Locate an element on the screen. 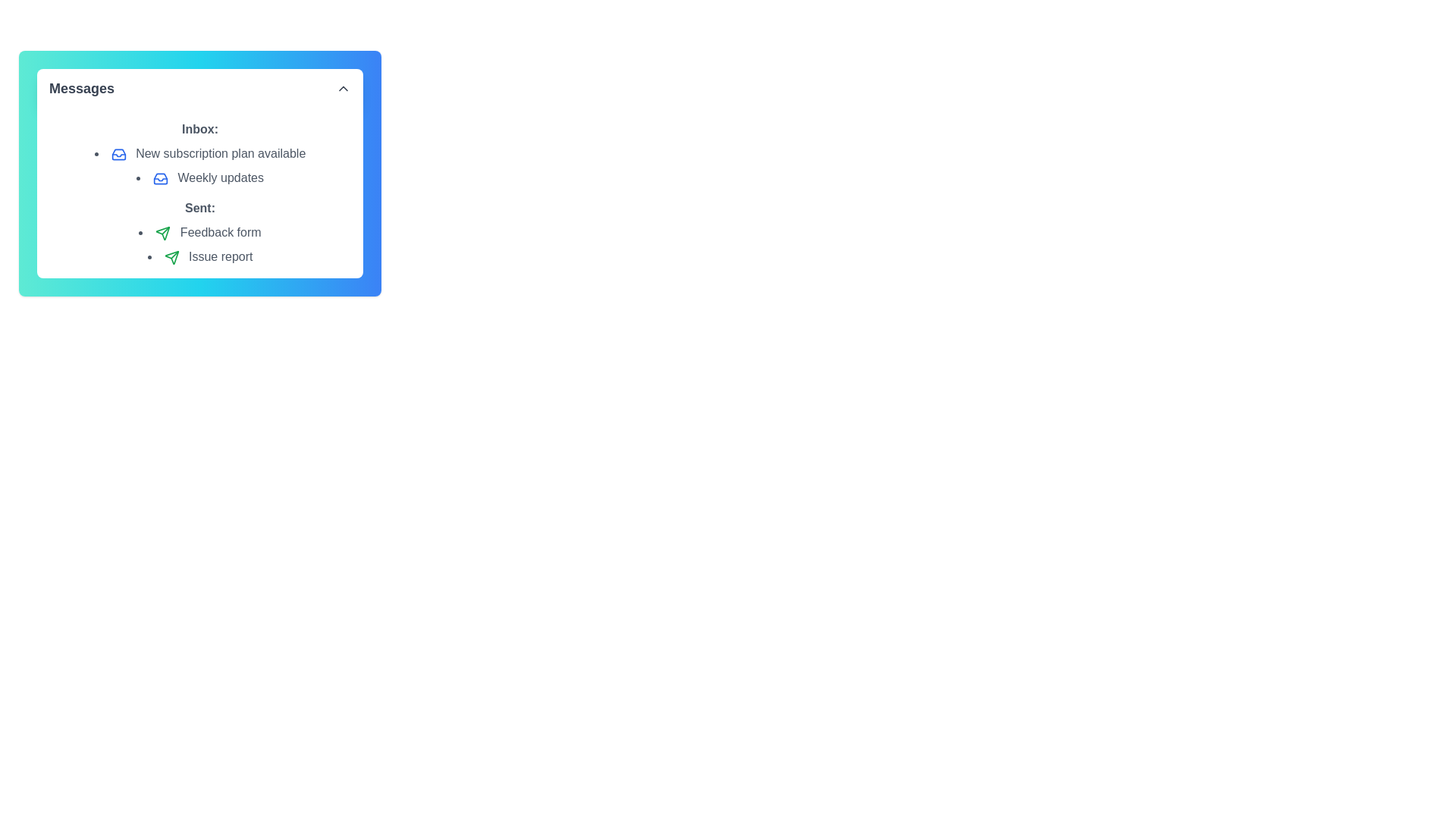 The height and width of the screenshot is (819, 1456). the decorative component of the inbox icon located in the left part of the 'Inbox:' section, near the text label 'Inbox:' is located at coordinates (118, 155).